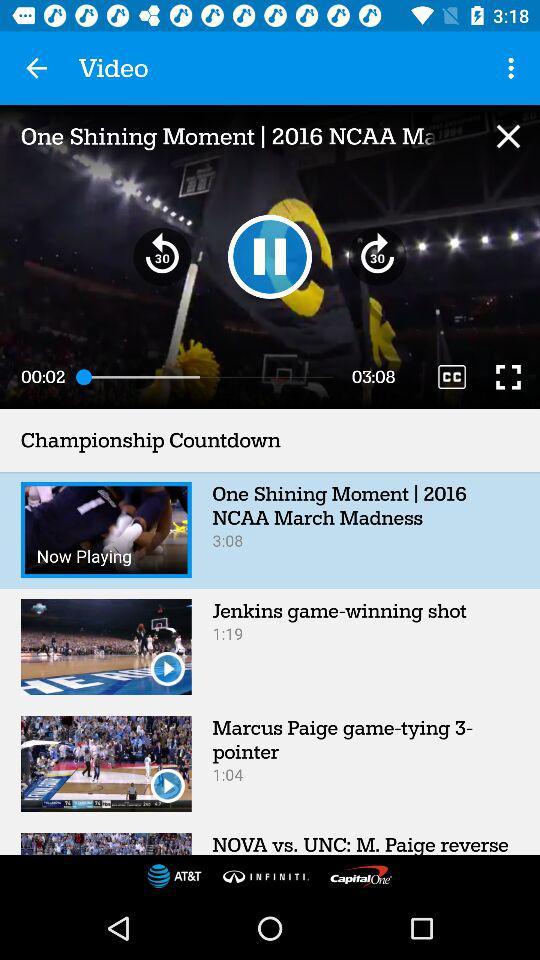  What do you see at coordinates (377, 255) in the screenshot?
I see `the av_forward icon` at bounding box center [377, 255].